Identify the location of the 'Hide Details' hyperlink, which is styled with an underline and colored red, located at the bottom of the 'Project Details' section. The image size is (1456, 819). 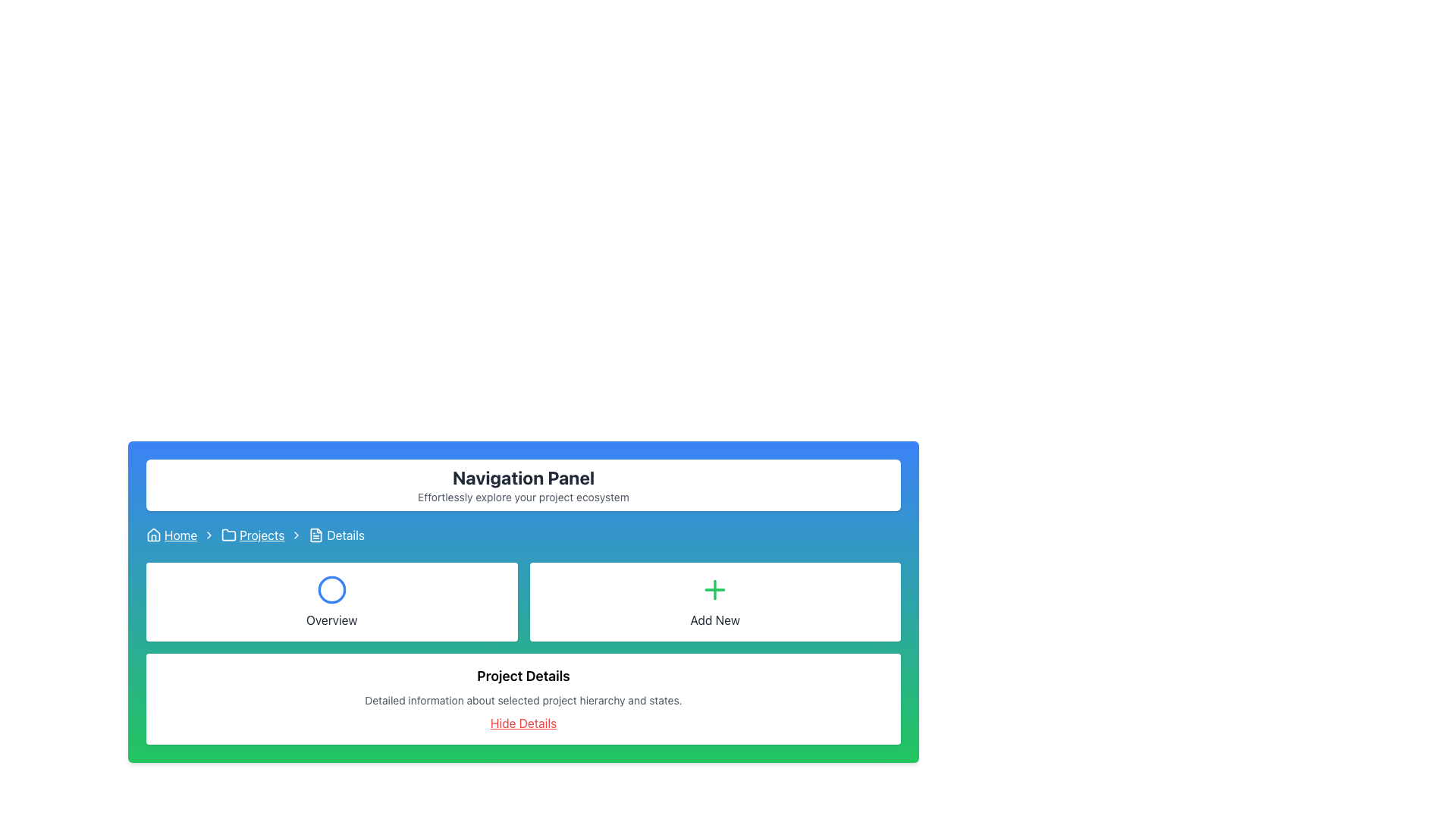
(523, 722).